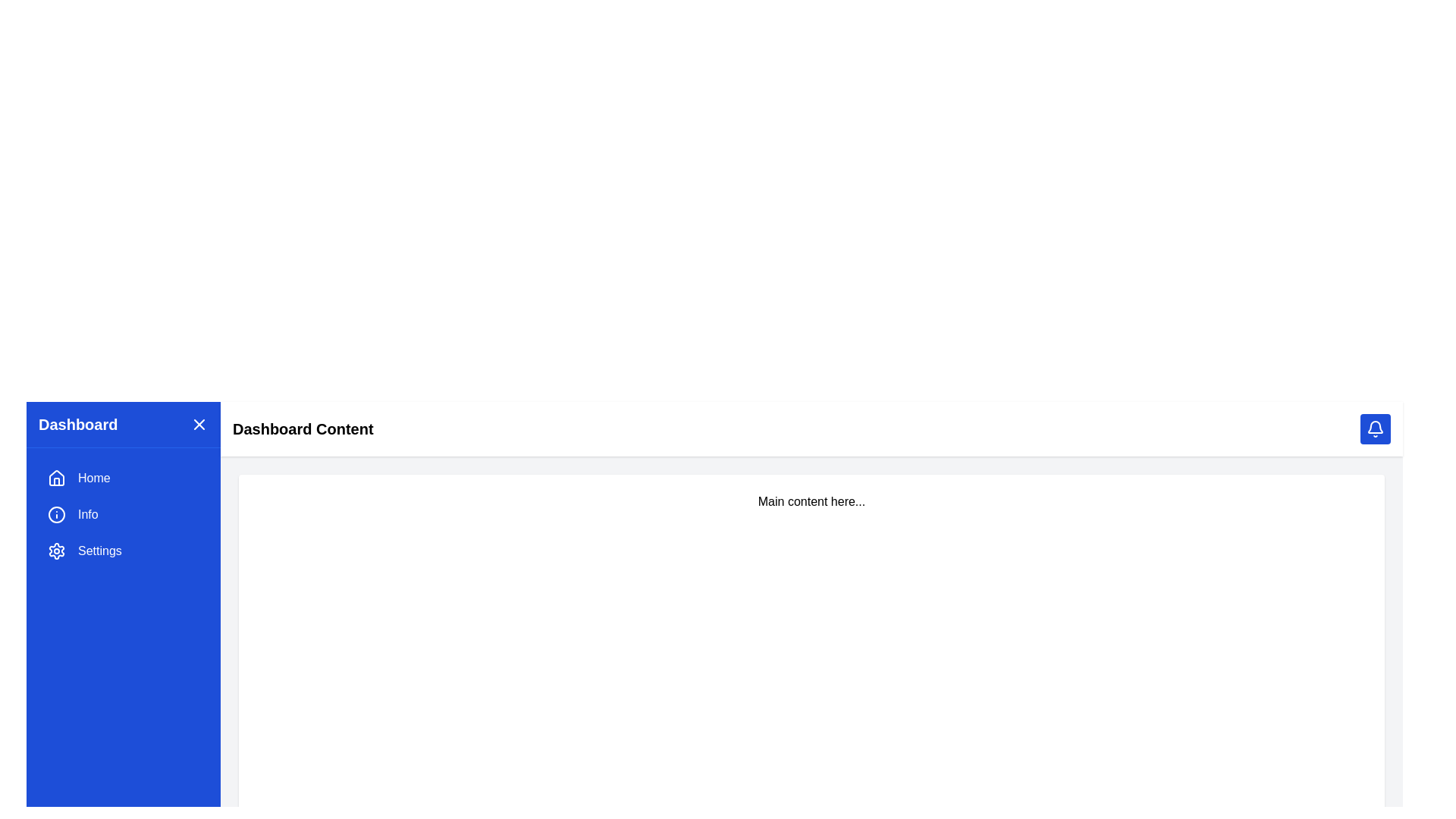 This screenshot has width=1456, height=819. I want to click on the bell icon located in the top-right corner of the interface, so click(1376, 429).